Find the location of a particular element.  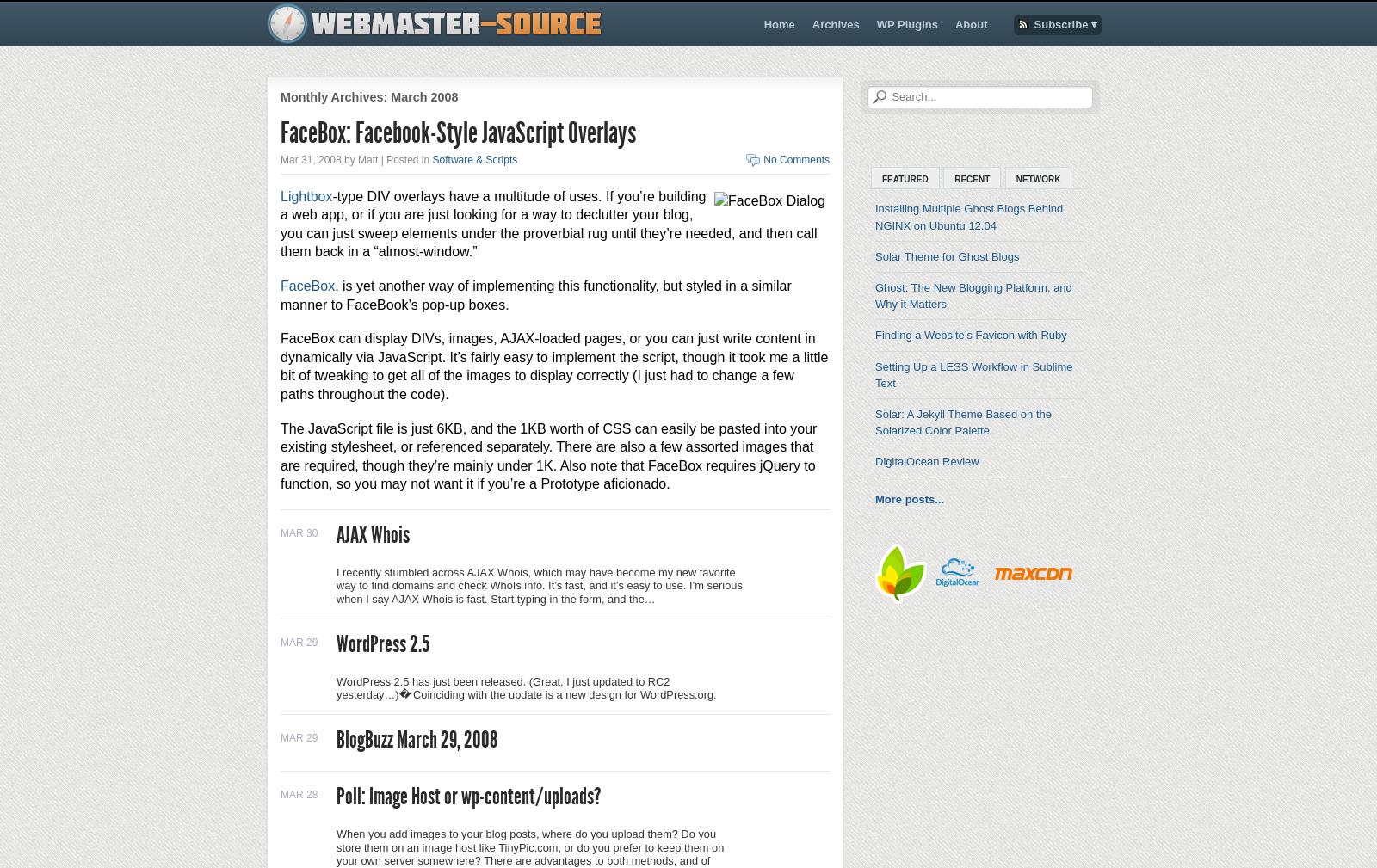

'Lightbox' is located at coordinates (306, 194).